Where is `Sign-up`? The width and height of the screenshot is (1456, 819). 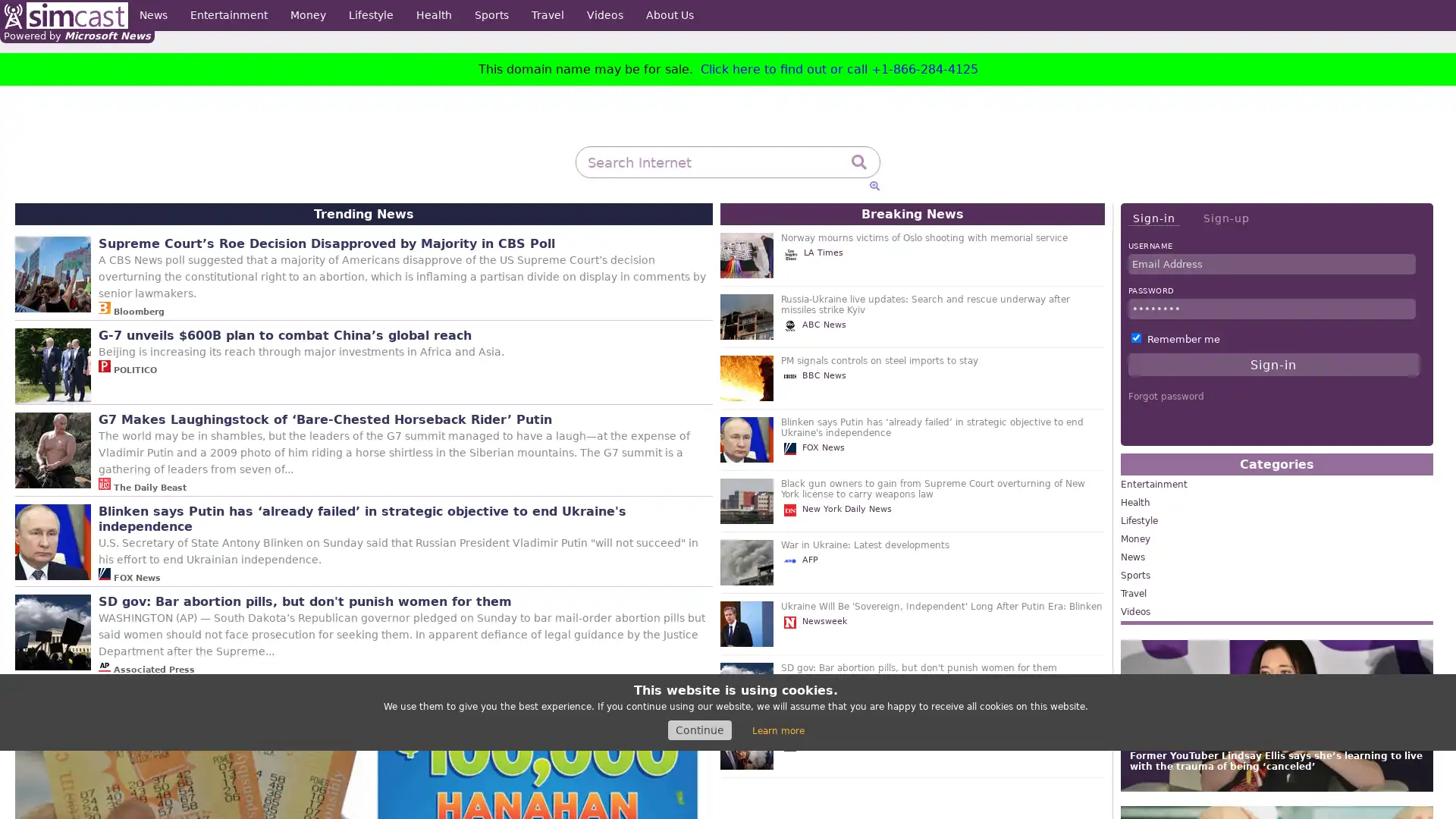
Sign-up is located at coordinates (1225, 218).